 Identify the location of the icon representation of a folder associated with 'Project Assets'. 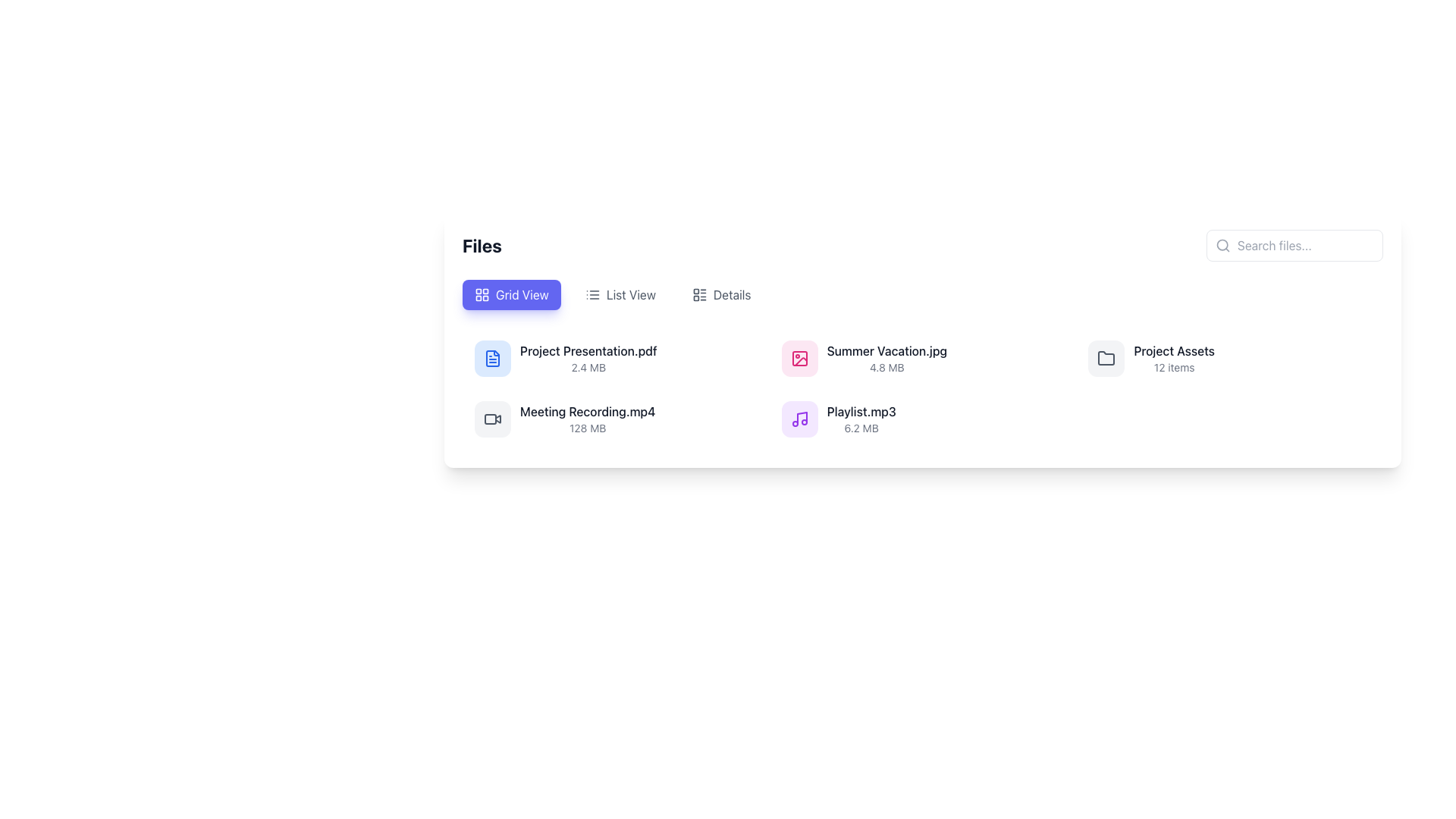
(1106, 357).